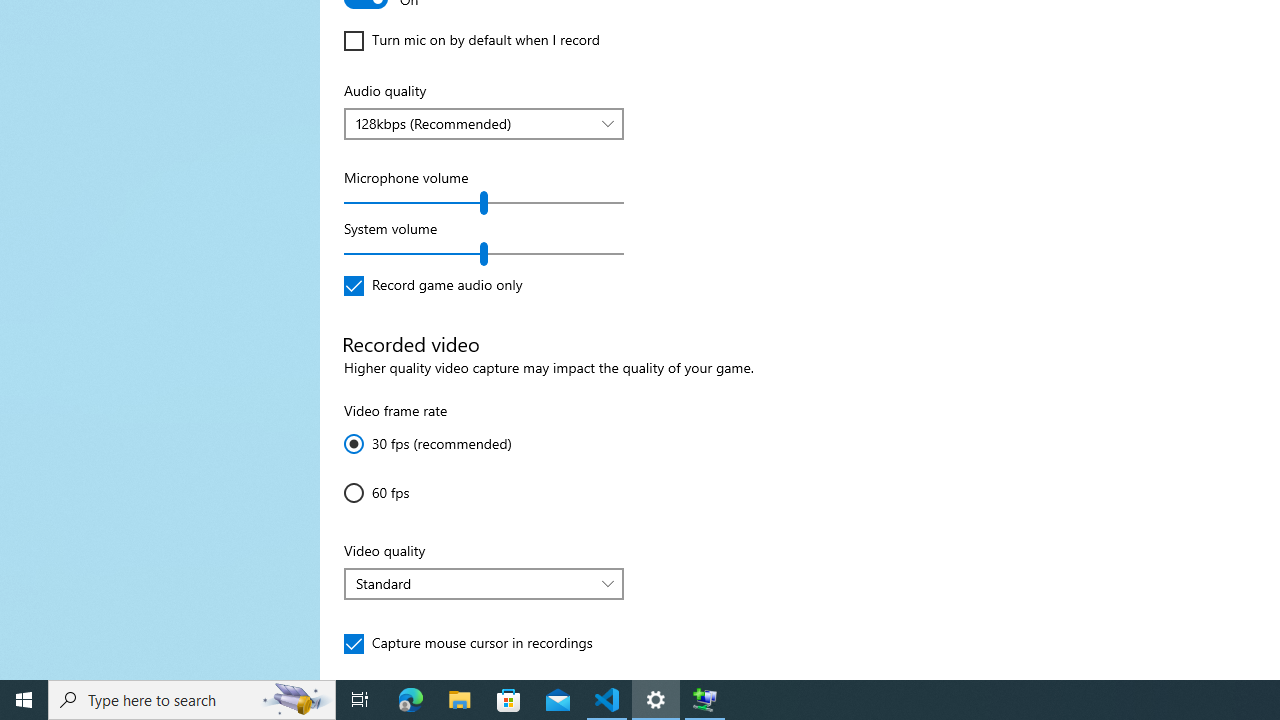 This screenshot has width=1280, height=720. I want to click on '60 fps', so click(402, 492).